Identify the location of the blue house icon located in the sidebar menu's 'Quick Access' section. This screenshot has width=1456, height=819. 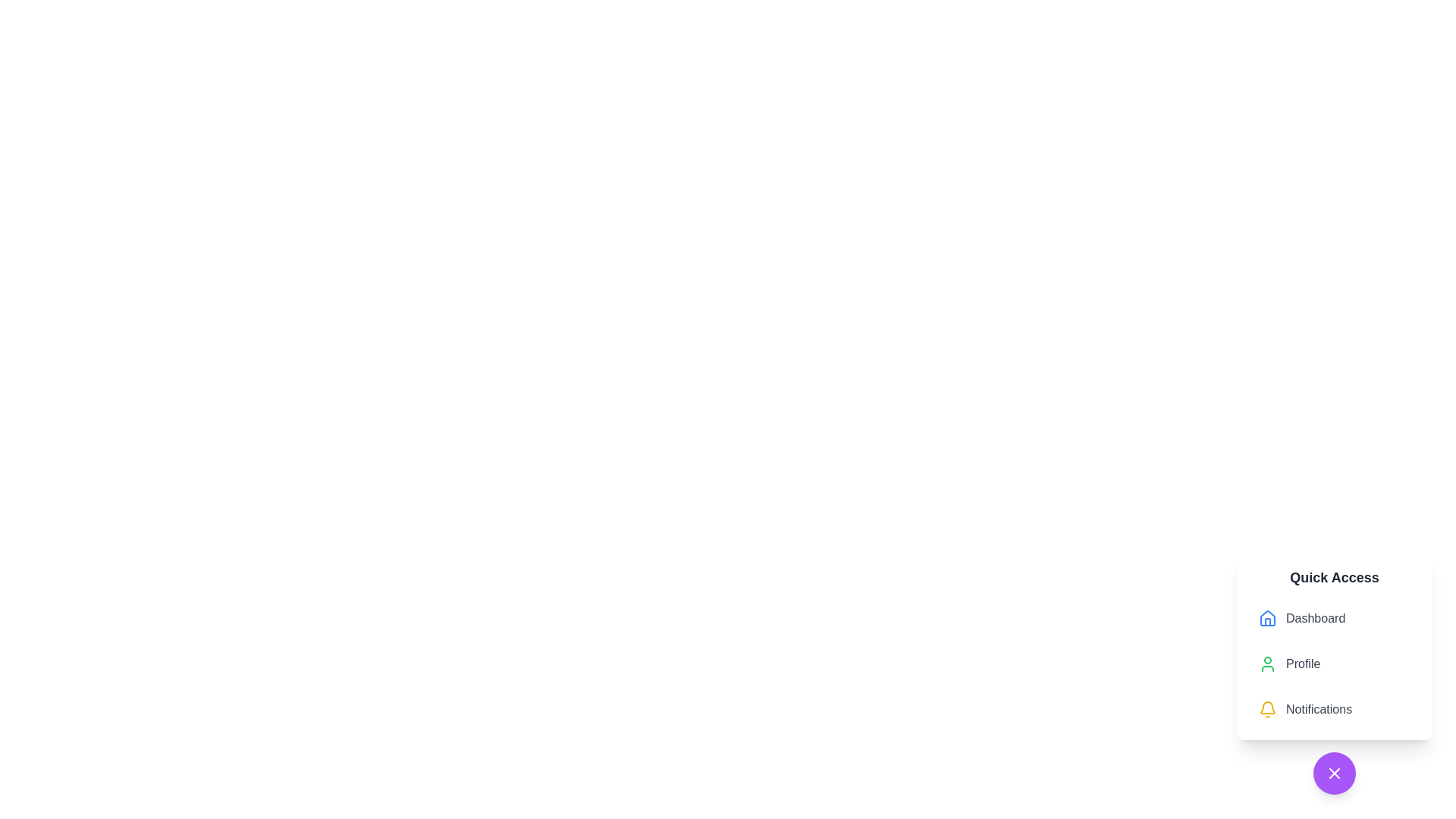
(1267, 617).